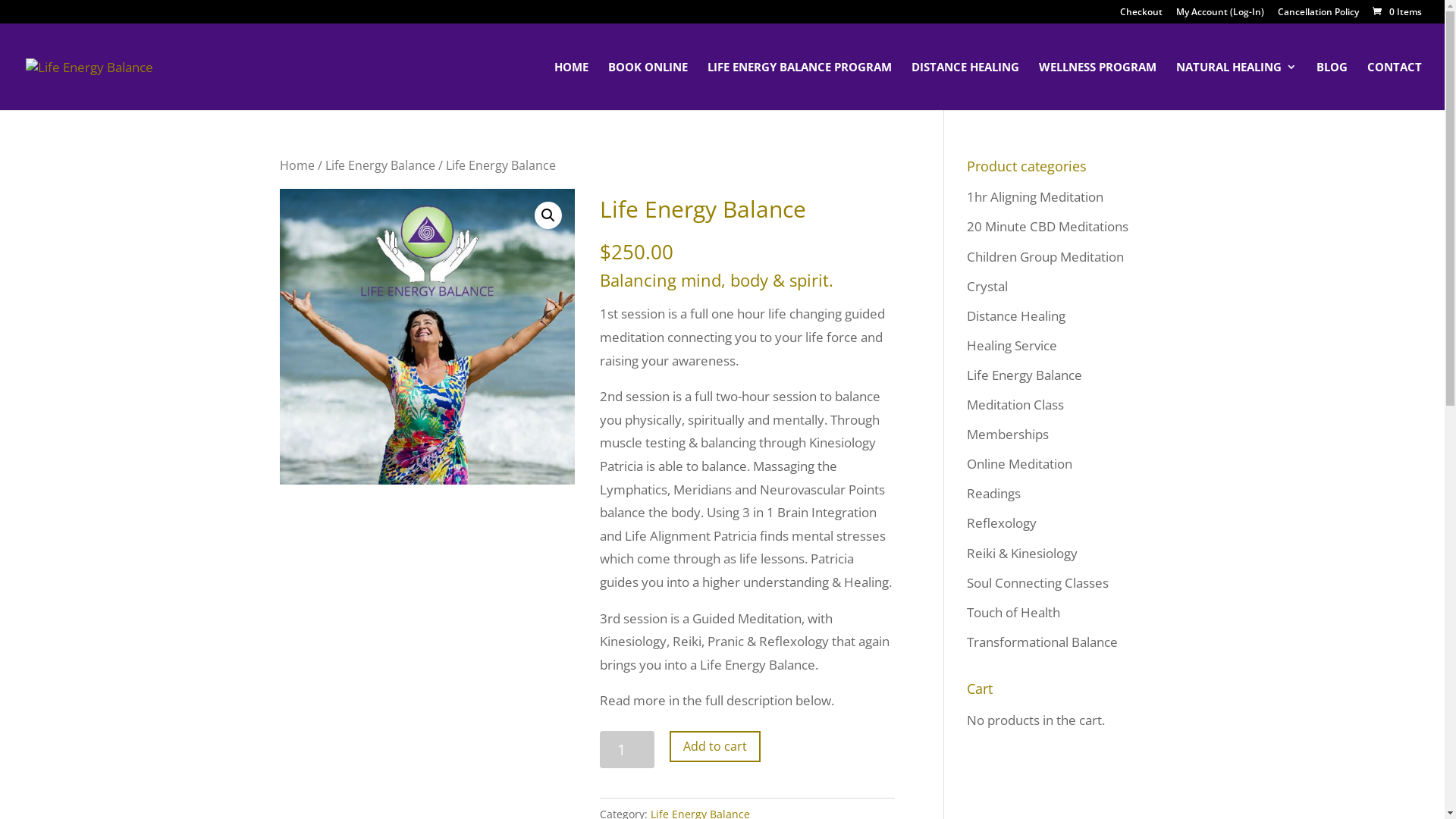  I want to click on 'LIFE ENERGY BALANCE PROGRAM', so click(799, 85).